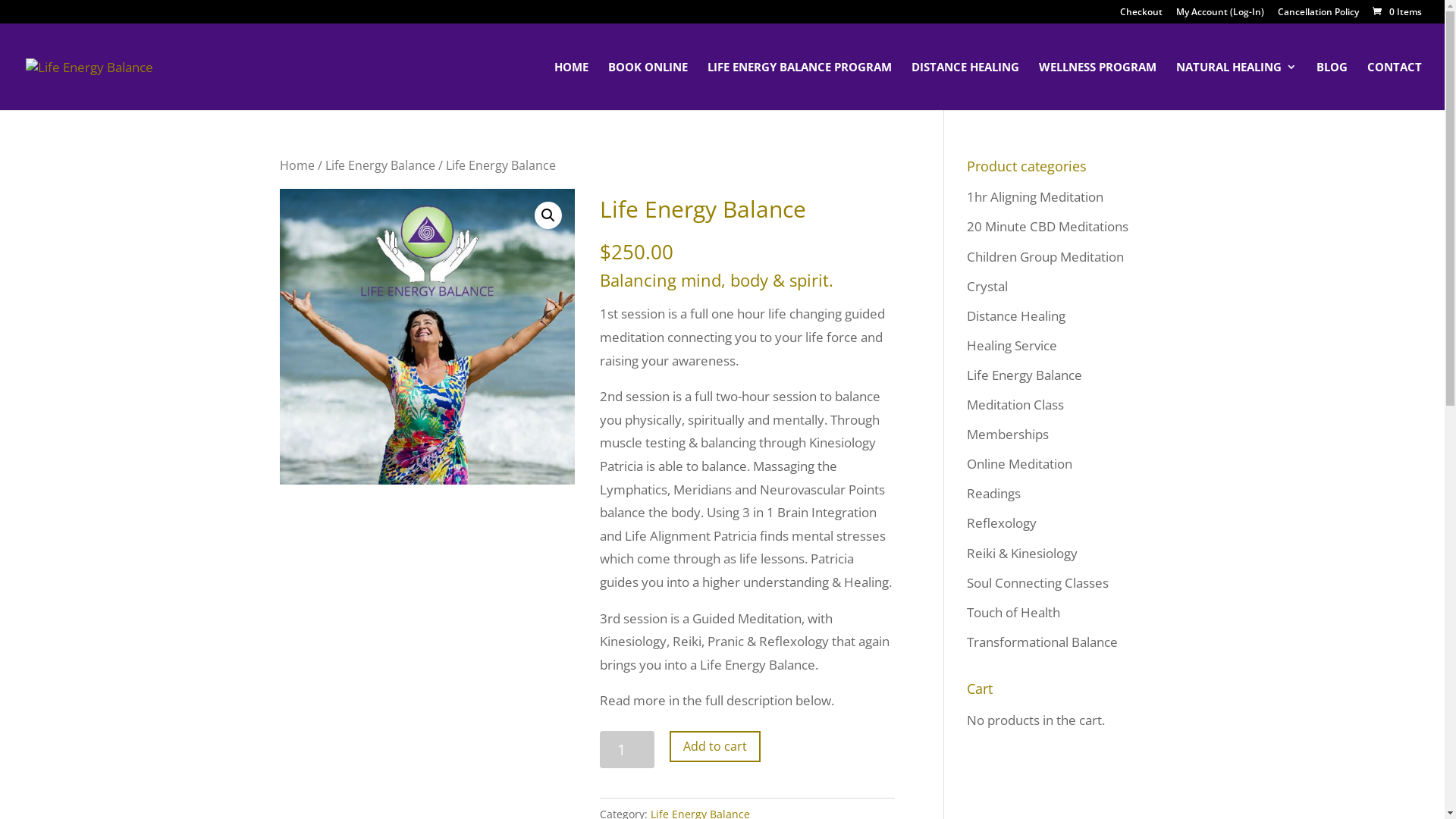  I want to click on 'LIFE ENERGY BALANCE PROGRAM', so click(799, 85).